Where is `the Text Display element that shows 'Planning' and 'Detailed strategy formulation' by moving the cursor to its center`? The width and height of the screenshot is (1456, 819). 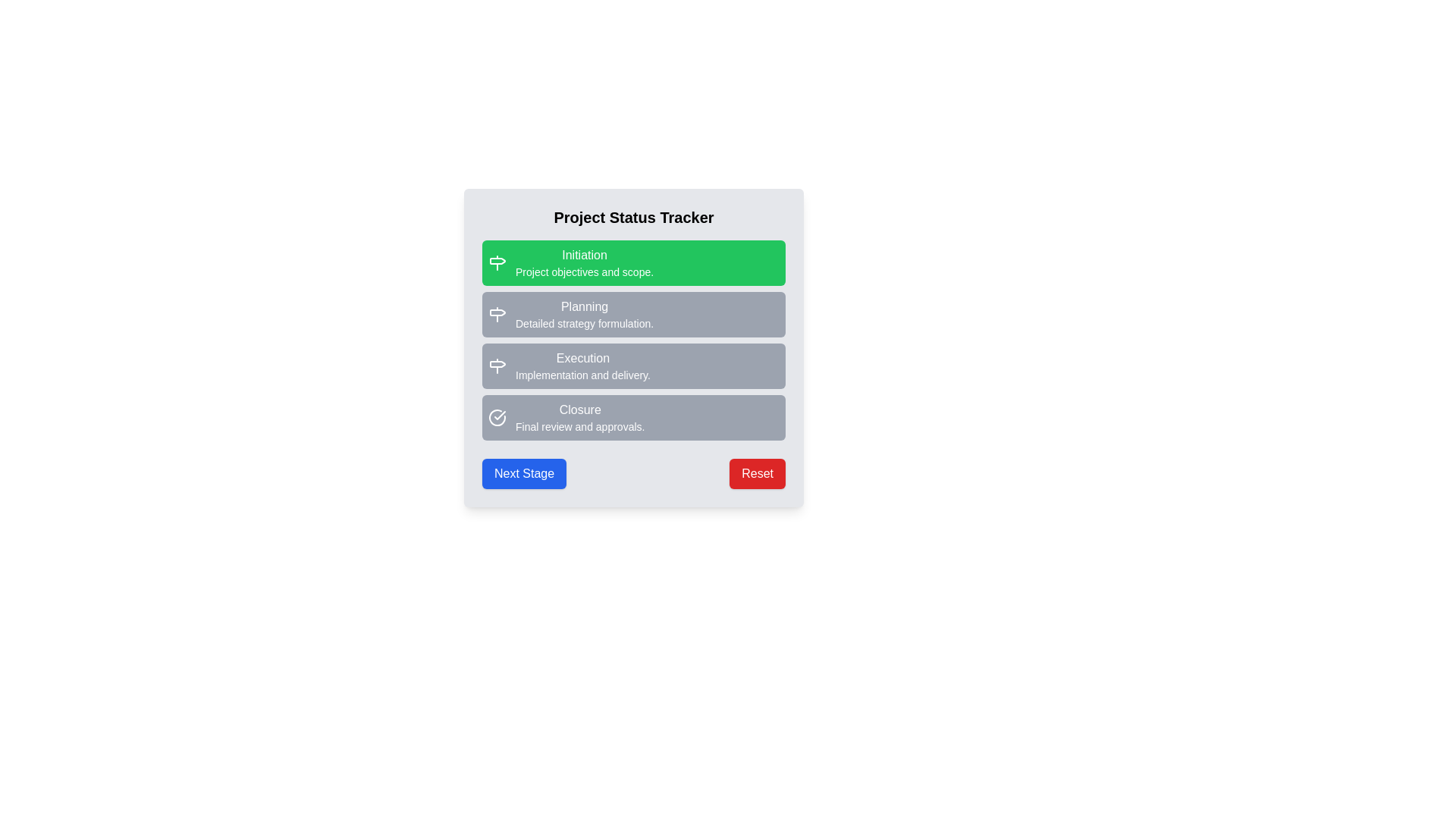 the Text Display element that shows 'Planning' and 'Detailed strategy formulation' by moving the cursor to its center is located at coordinates (584, 314).